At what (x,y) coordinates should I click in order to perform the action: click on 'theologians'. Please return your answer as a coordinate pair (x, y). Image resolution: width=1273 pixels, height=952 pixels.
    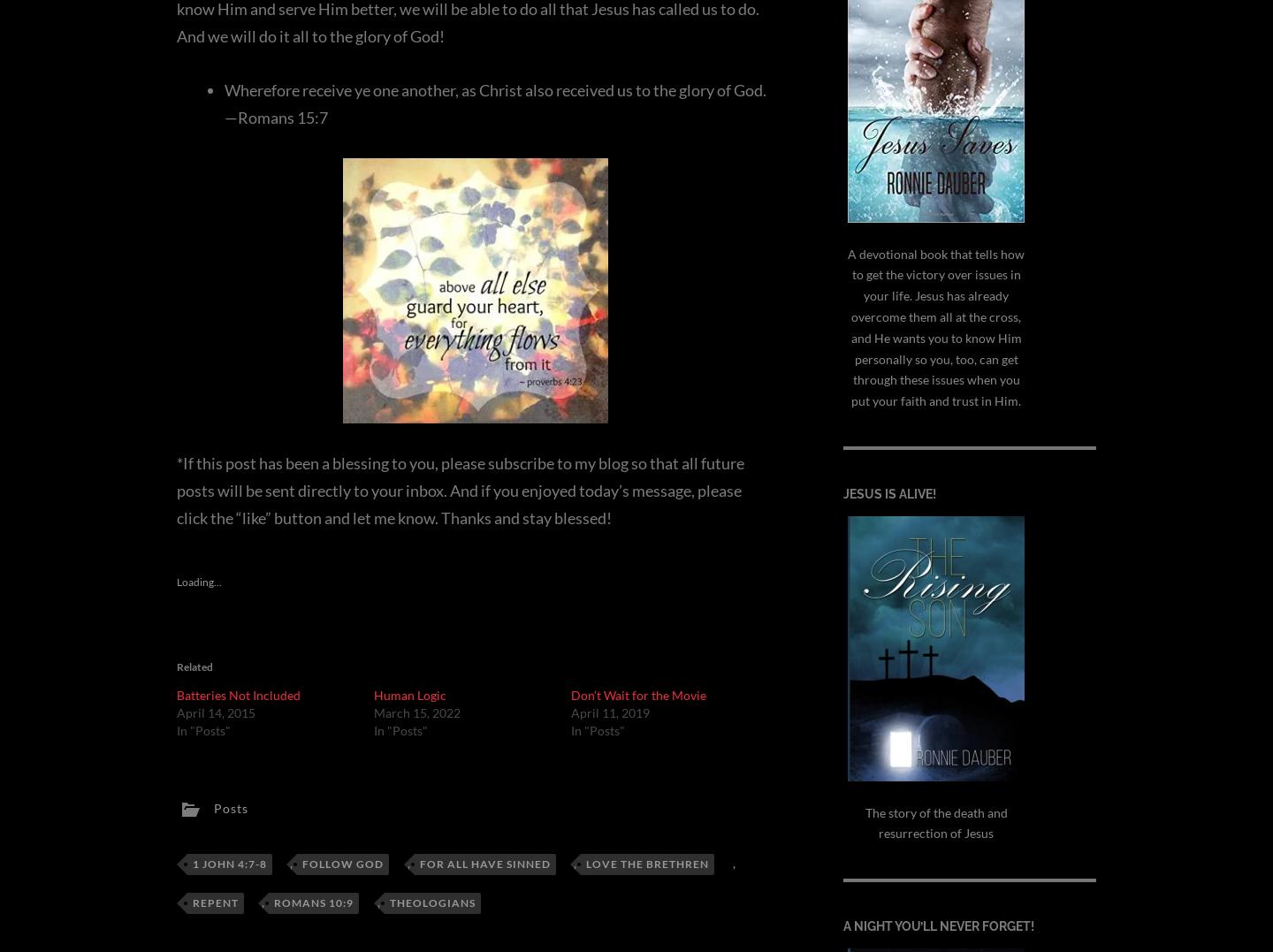
    Looking at the image, I should click on (389, 902).